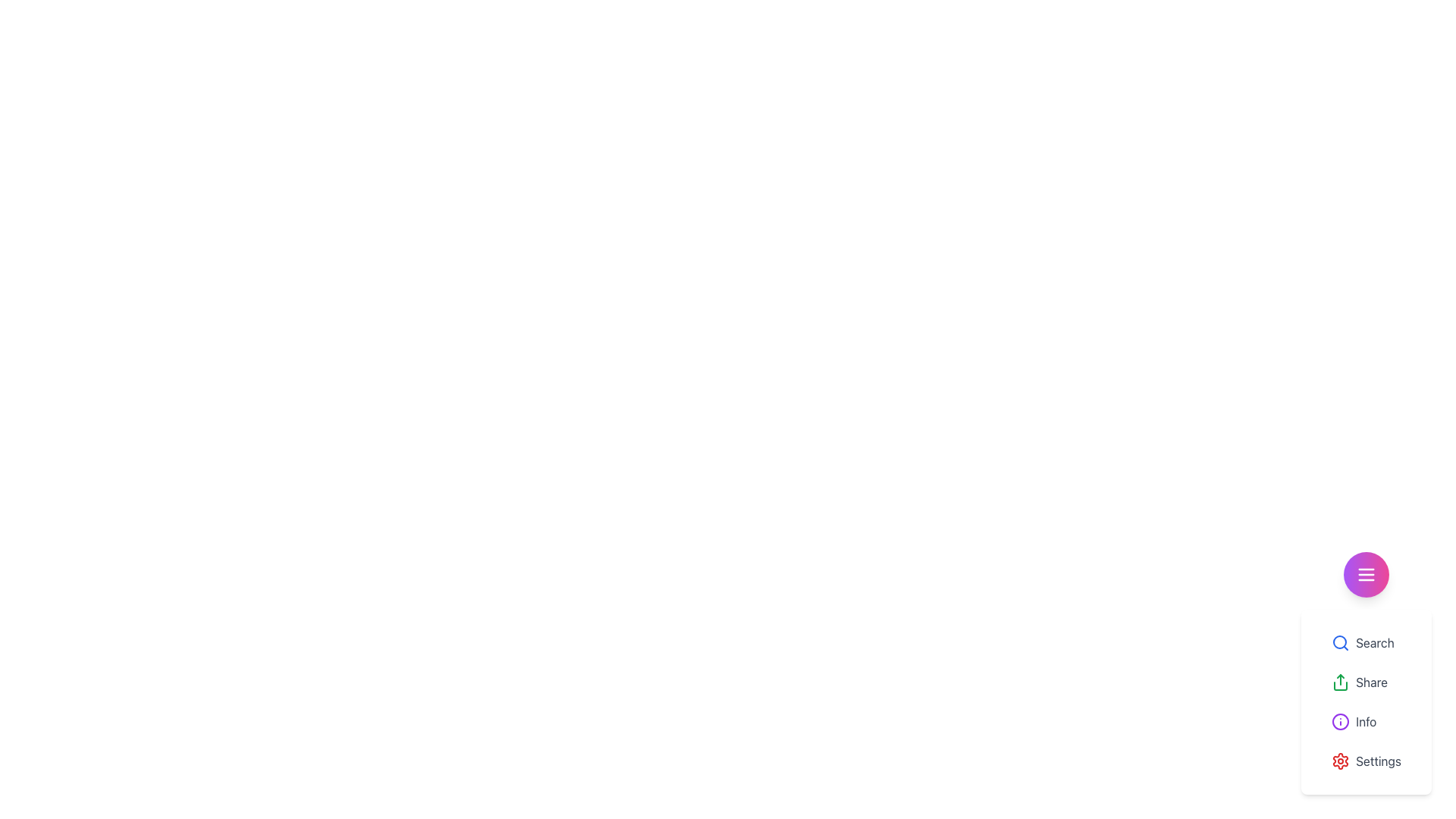  I want to click on the red gear icon in the bottom-right corner of the dropdown menu, so click(1341, 761).